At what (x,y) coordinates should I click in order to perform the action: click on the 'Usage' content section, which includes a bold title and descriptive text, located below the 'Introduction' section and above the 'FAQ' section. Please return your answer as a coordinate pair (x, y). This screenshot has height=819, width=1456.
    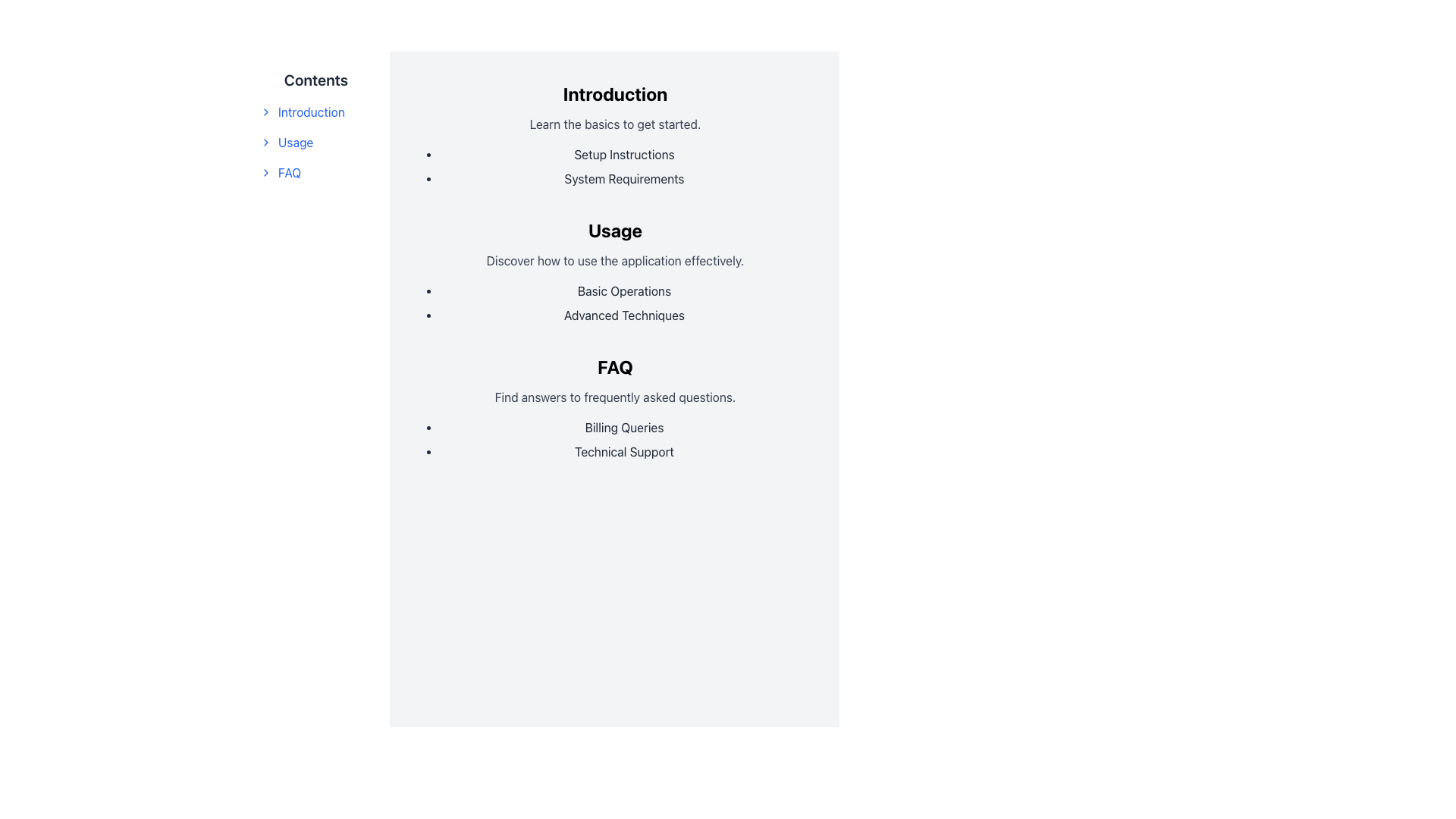
    Looking at the image, I should click on (615, 271).